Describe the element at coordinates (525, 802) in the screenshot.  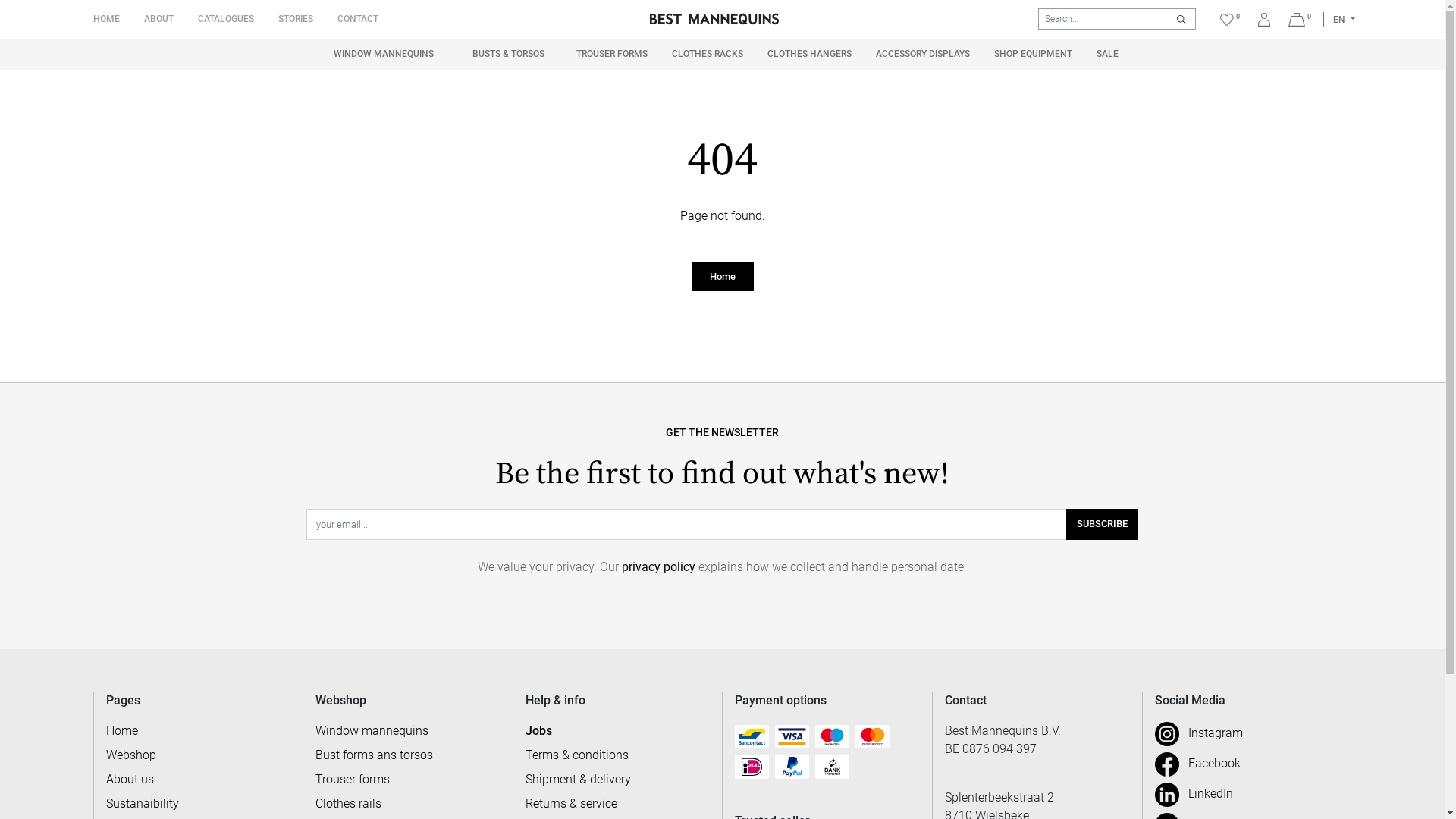
I see `'Returns & service'` at that location.